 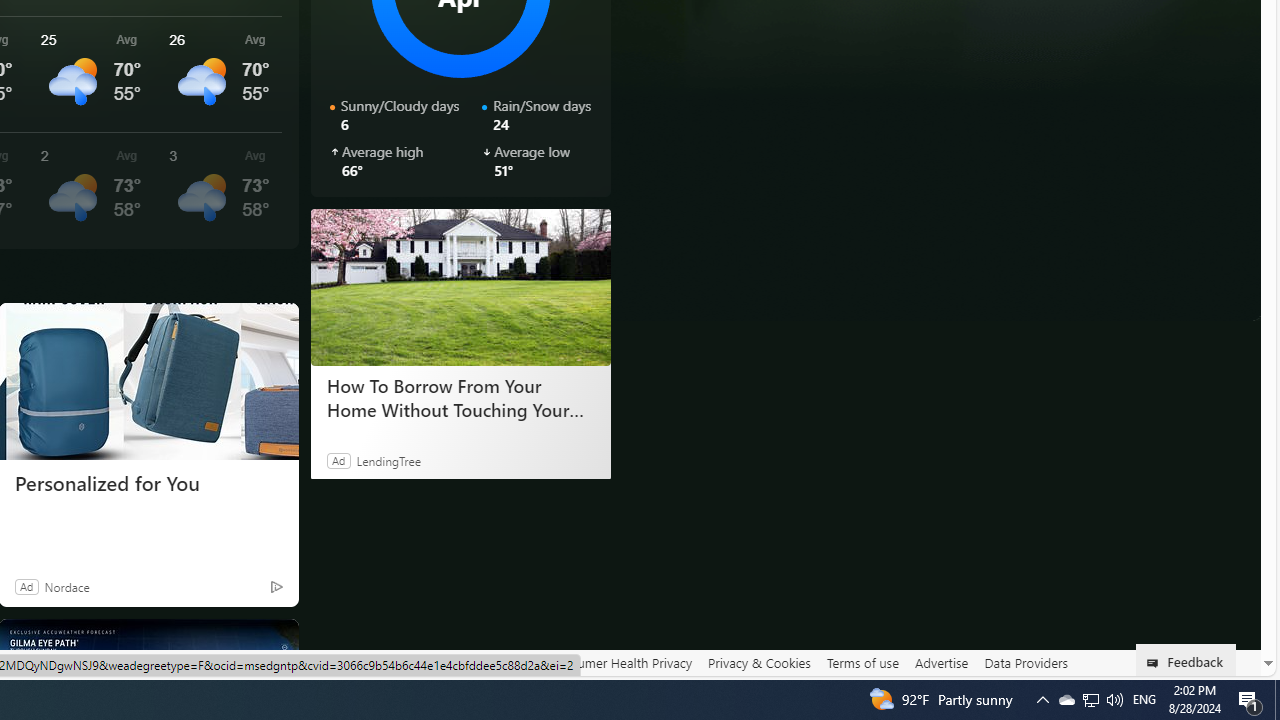 What do you see at coordinates (1156, 663) in the screenshot?
I see `'Class: feedback_link_icon-DS-EntryPoint1-1'` at bounding box center [1156, 663].